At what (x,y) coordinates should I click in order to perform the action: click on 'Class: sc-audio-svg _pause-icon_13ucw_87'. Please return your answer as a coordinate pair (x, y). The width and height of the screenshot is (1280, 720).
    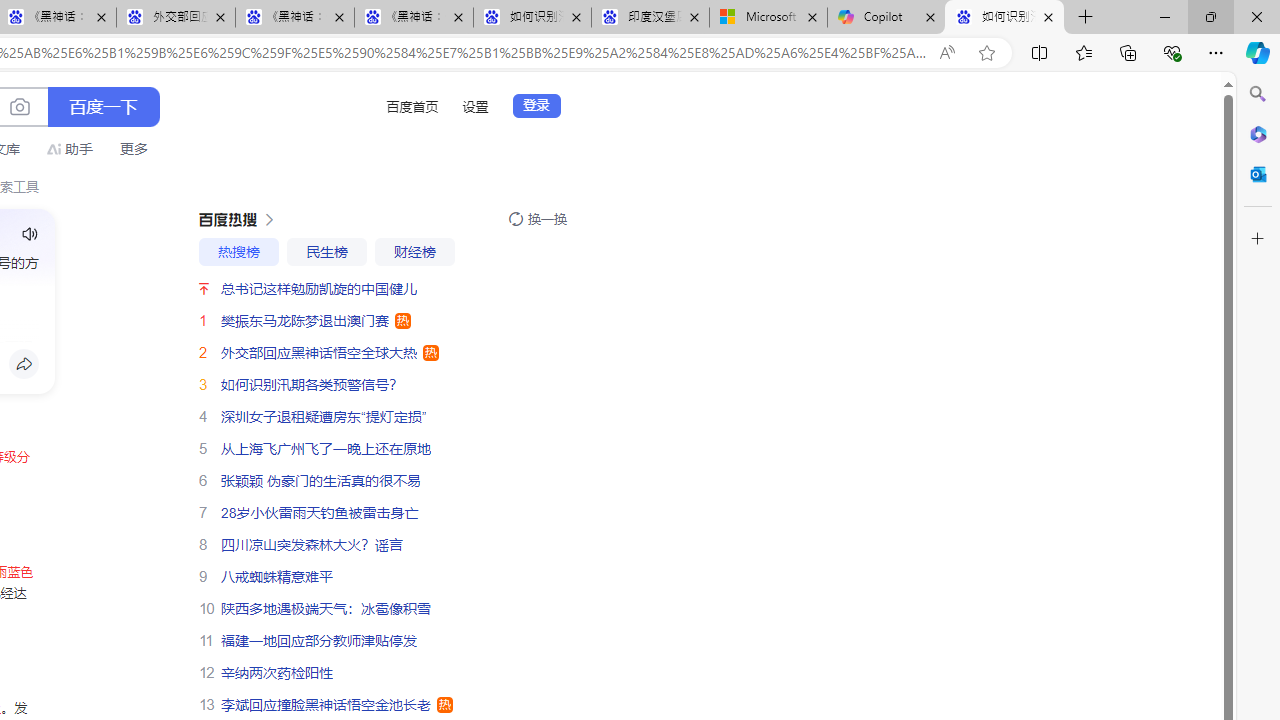
    Looking at the image, I should click on (30, 233).